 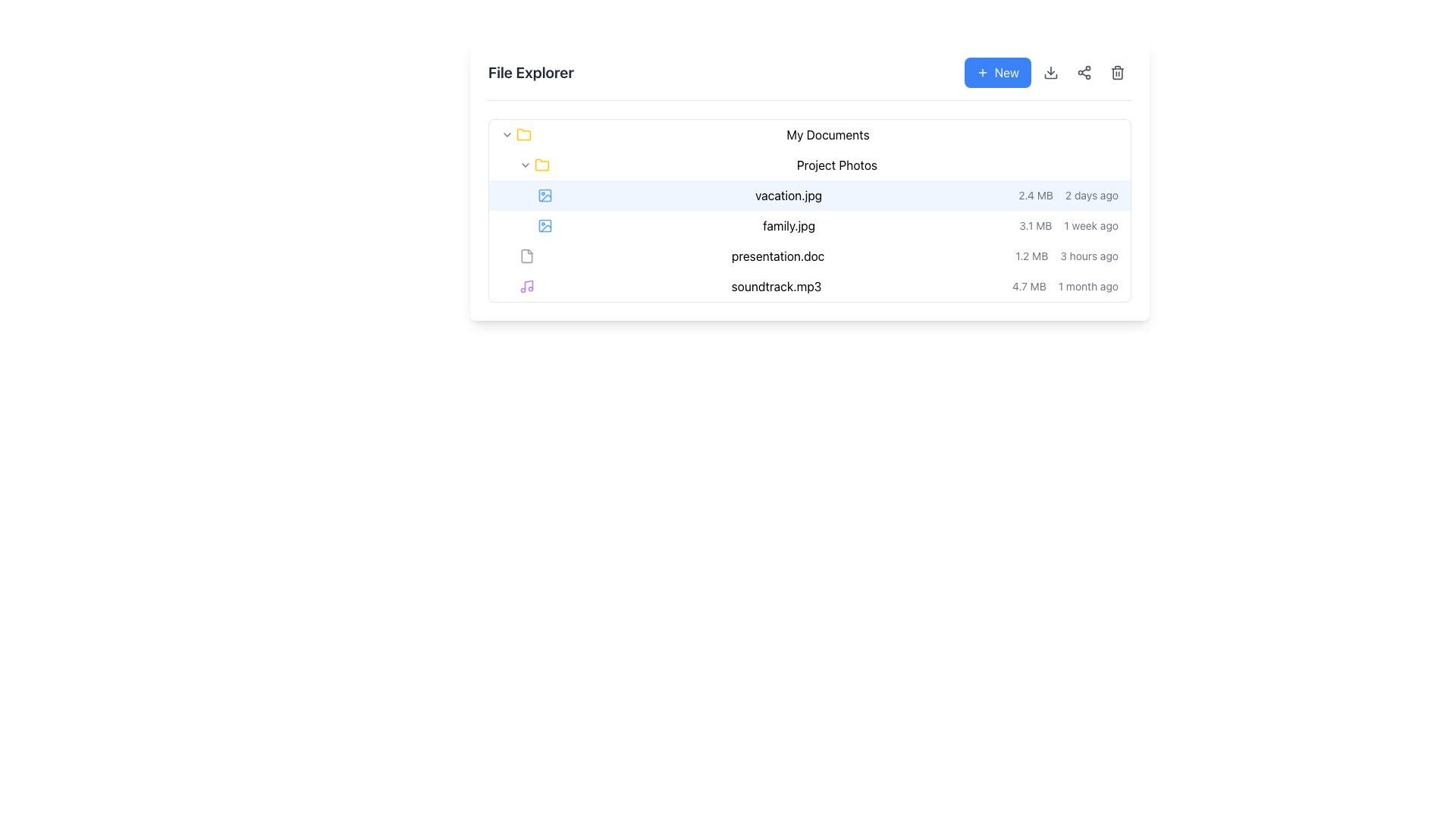 What do you see at coordinates (1088, 256) in the screenshot?
I see `information displayed in the text label that reads '3 hours ago', located on the rightmost part of a row in a file list interface, between '1.2 MB' and the edge of the row` at bounding box center [1088, 256].